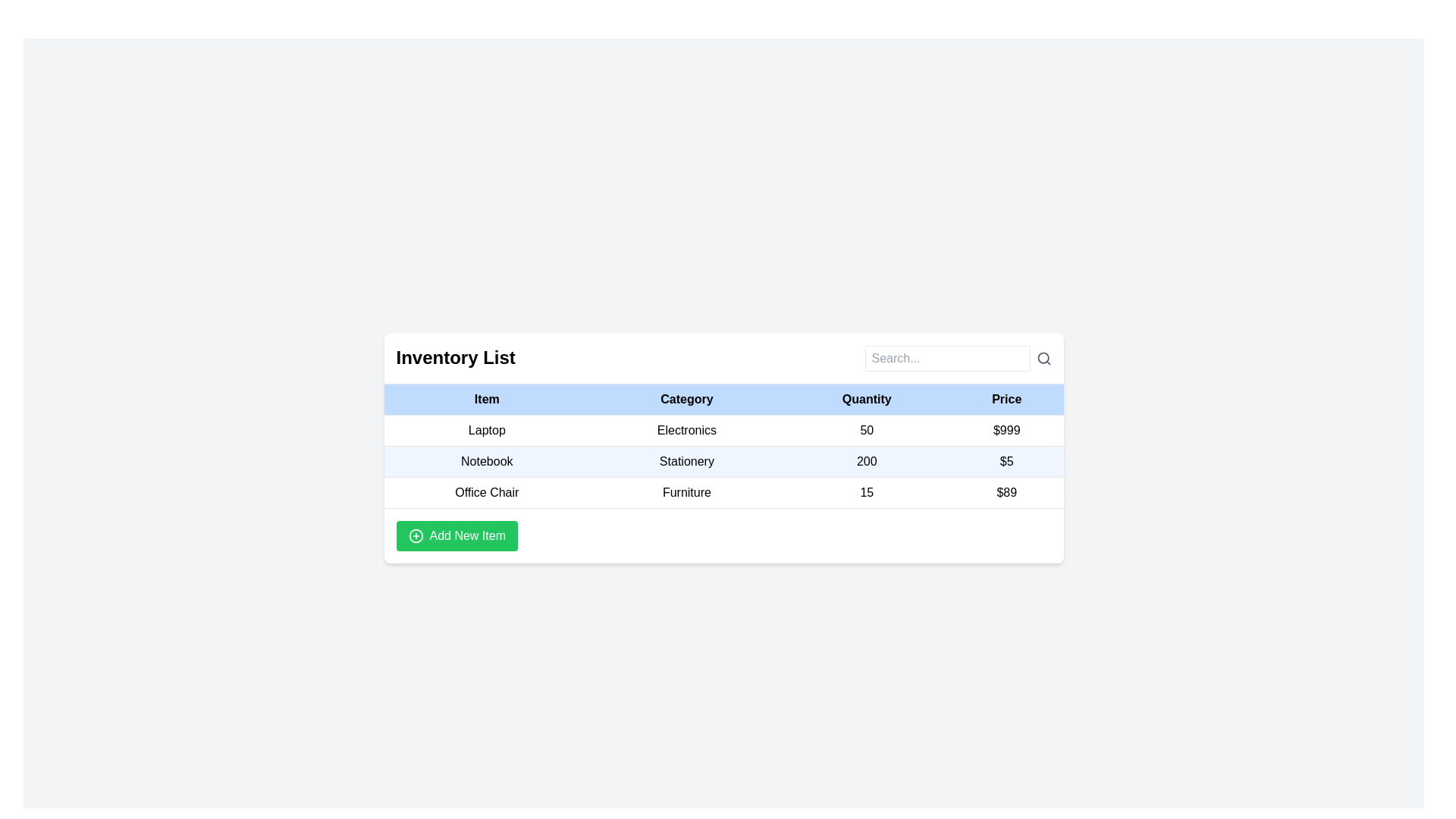 Image resolution: width=1456 pixels, height=819 pixels. What do you see at coordinates (456, 535) in the screenshot?
I see `the 'Add Item' button located at the bottom left of the panel` at bounding box center [456, 535].